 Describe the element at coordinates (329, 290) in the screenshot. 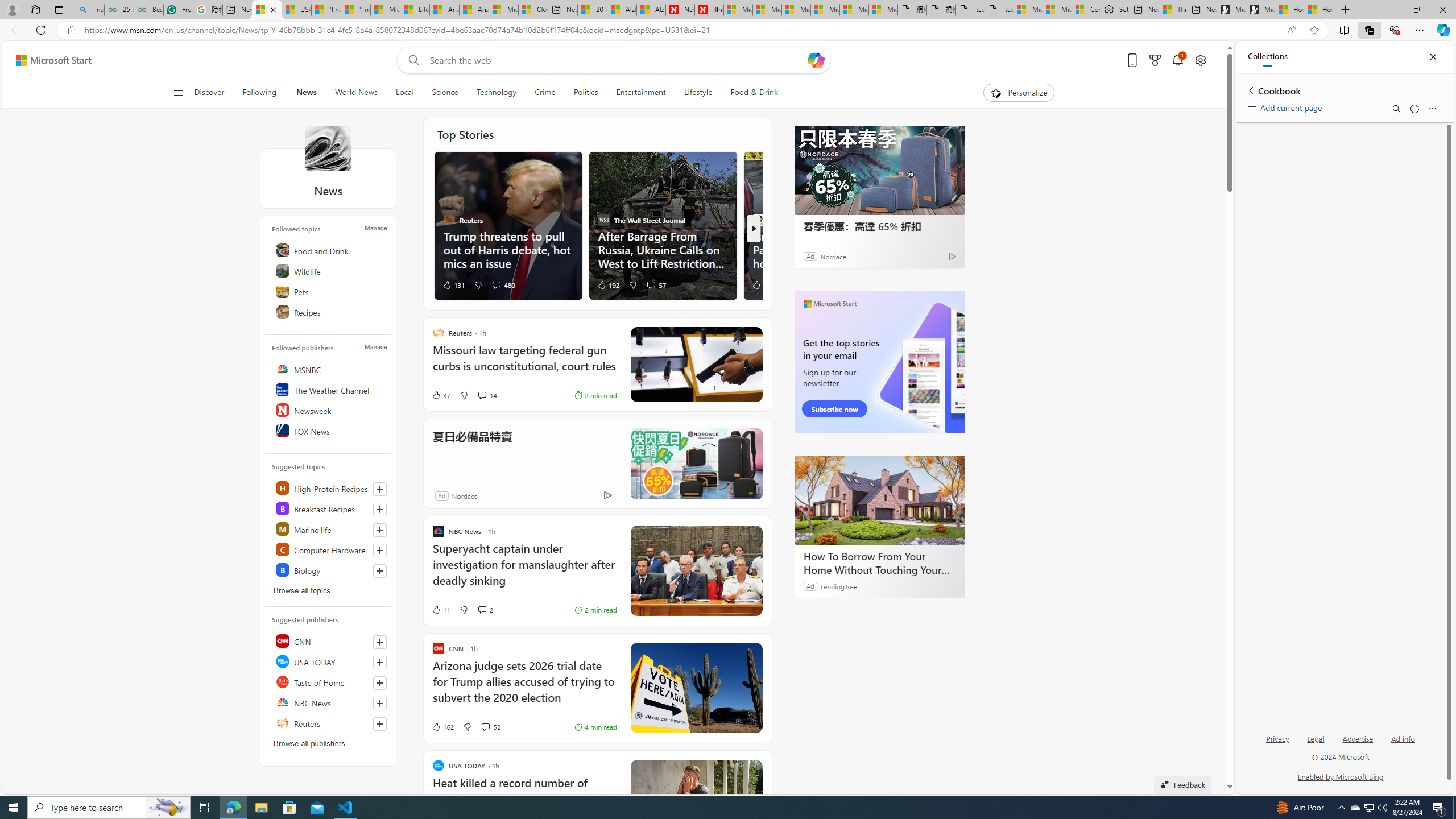

I see `'Pets'` at that location.